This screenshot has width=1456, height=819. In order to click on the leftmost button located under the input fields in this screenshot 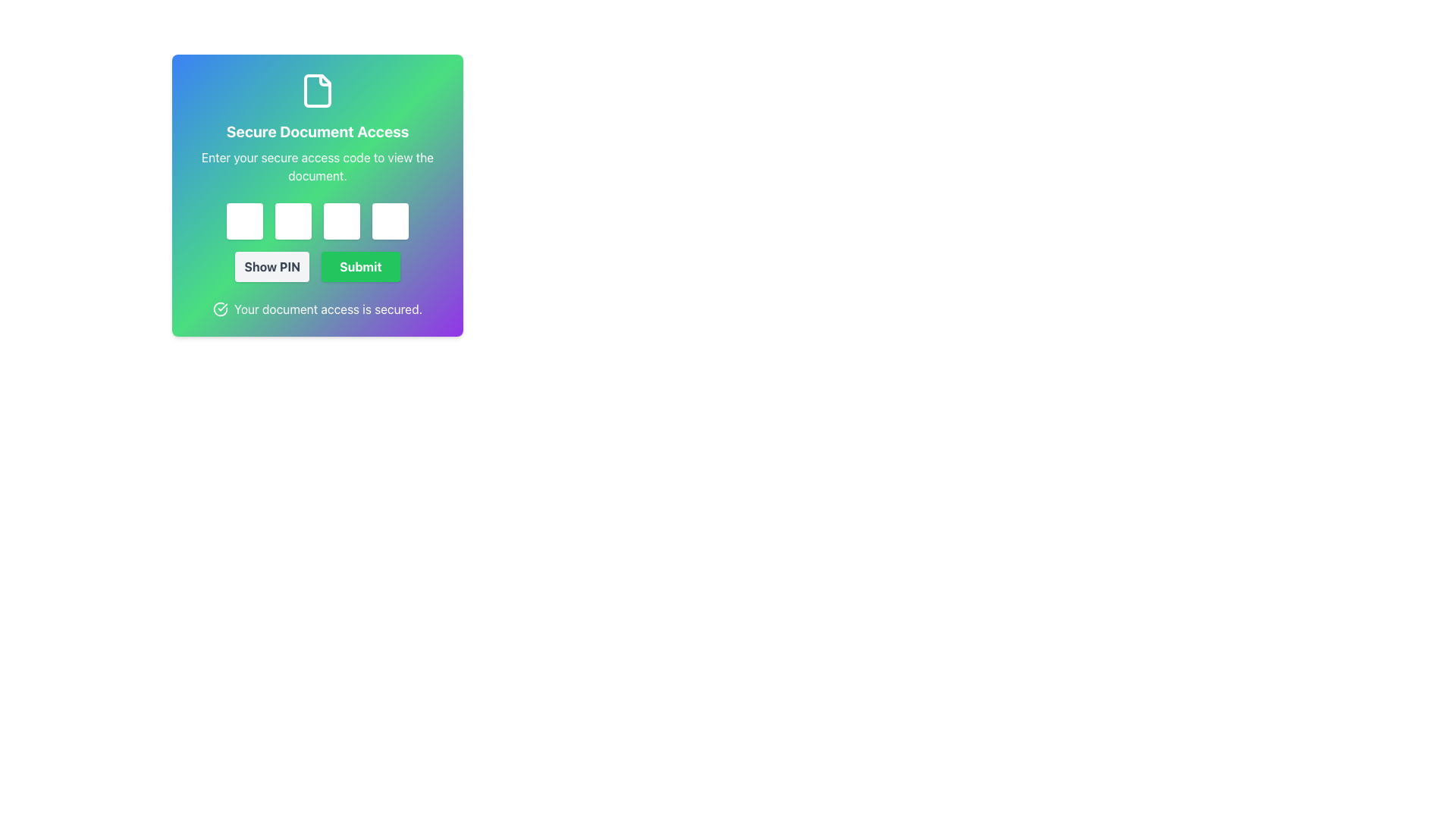, I will do `click(272, 265)`.